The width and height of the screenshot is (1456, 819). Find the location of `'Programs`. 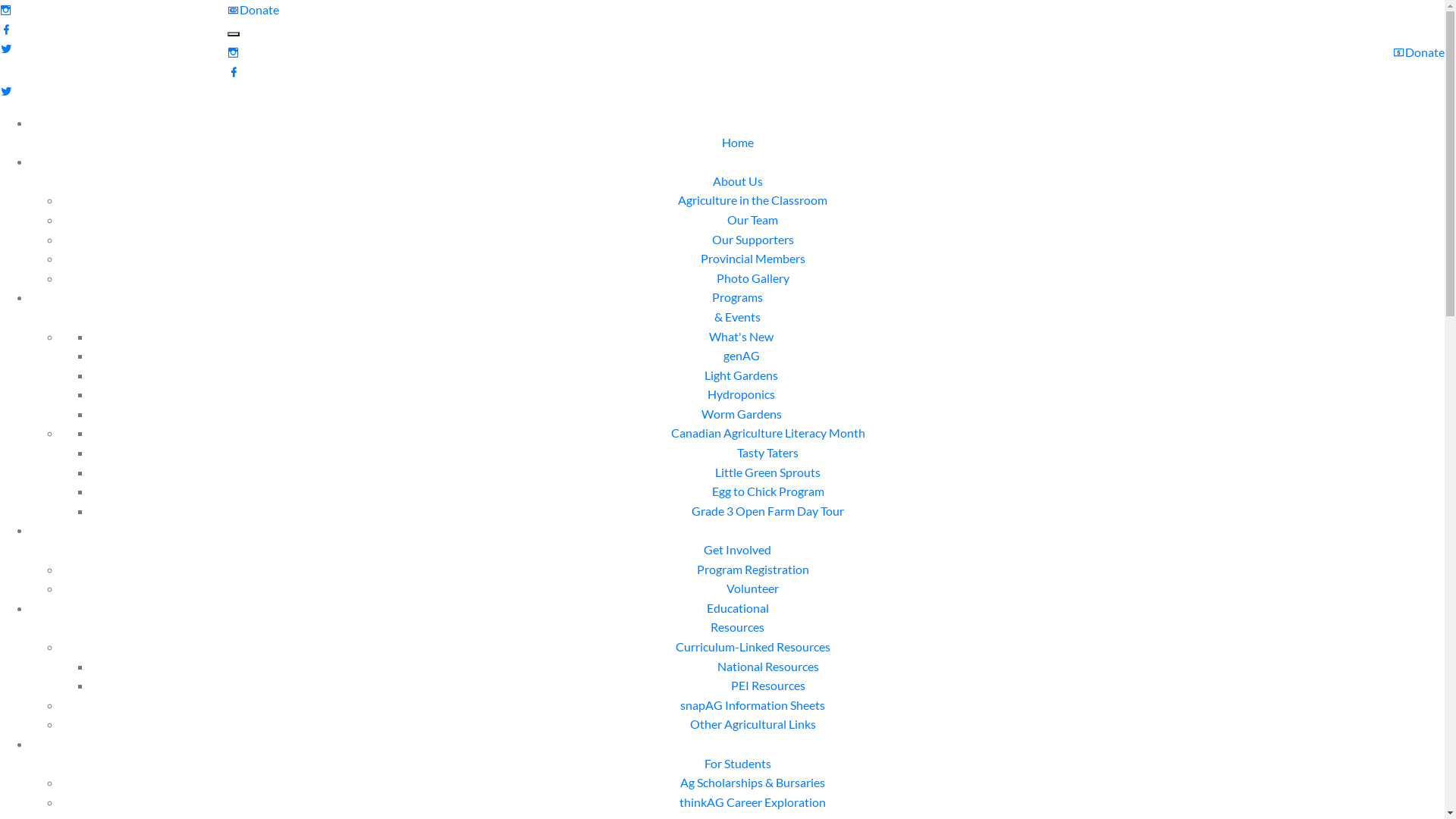

'Programs is located at coordinates (737, 306).